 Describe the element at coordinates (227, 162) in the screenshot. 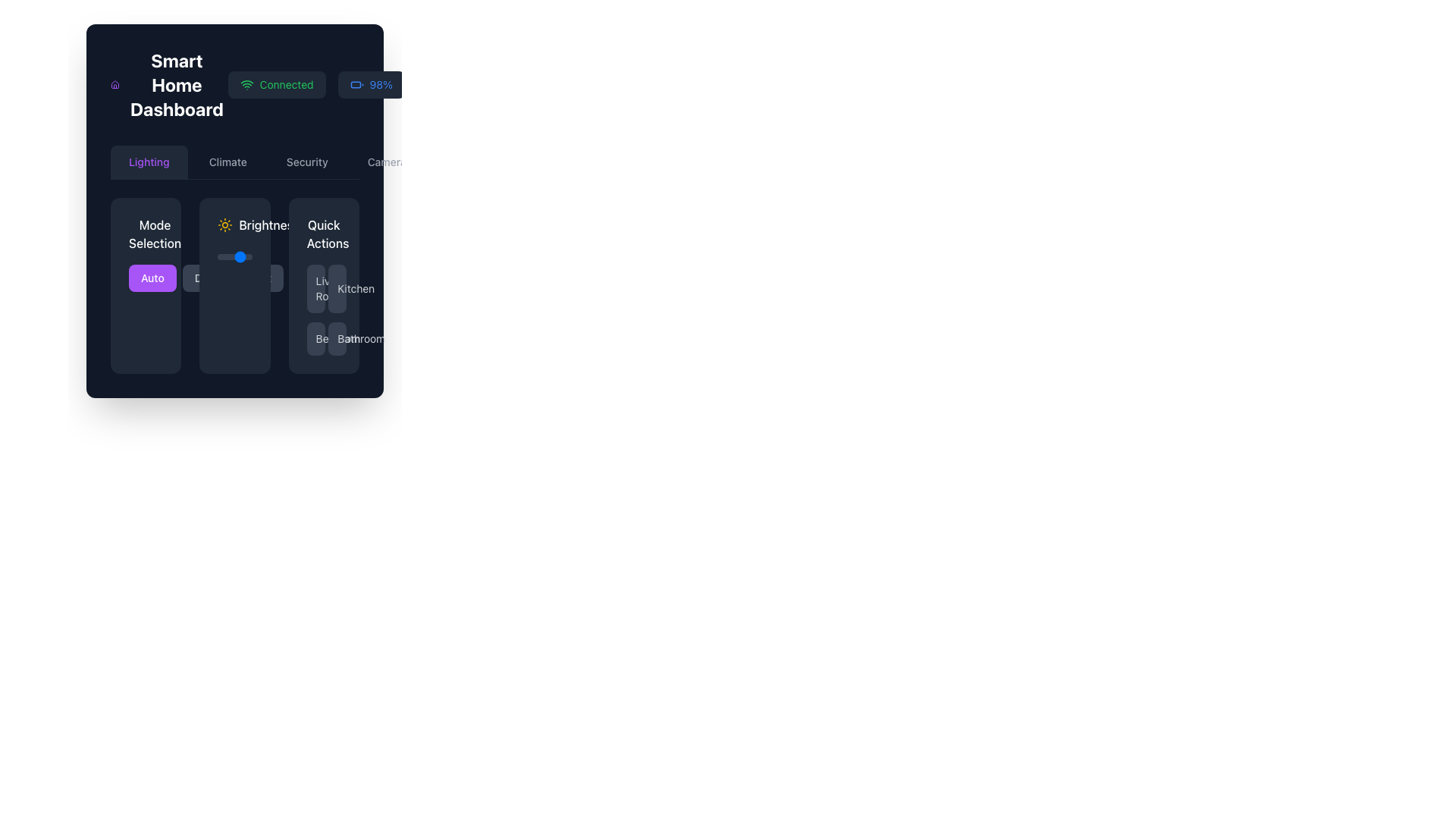

I see `the 'Climate' button, which is the second tab in a group of four tabs labeled 'Lighting', 'Climate', 'Security', and 'Cameras'` at that location.